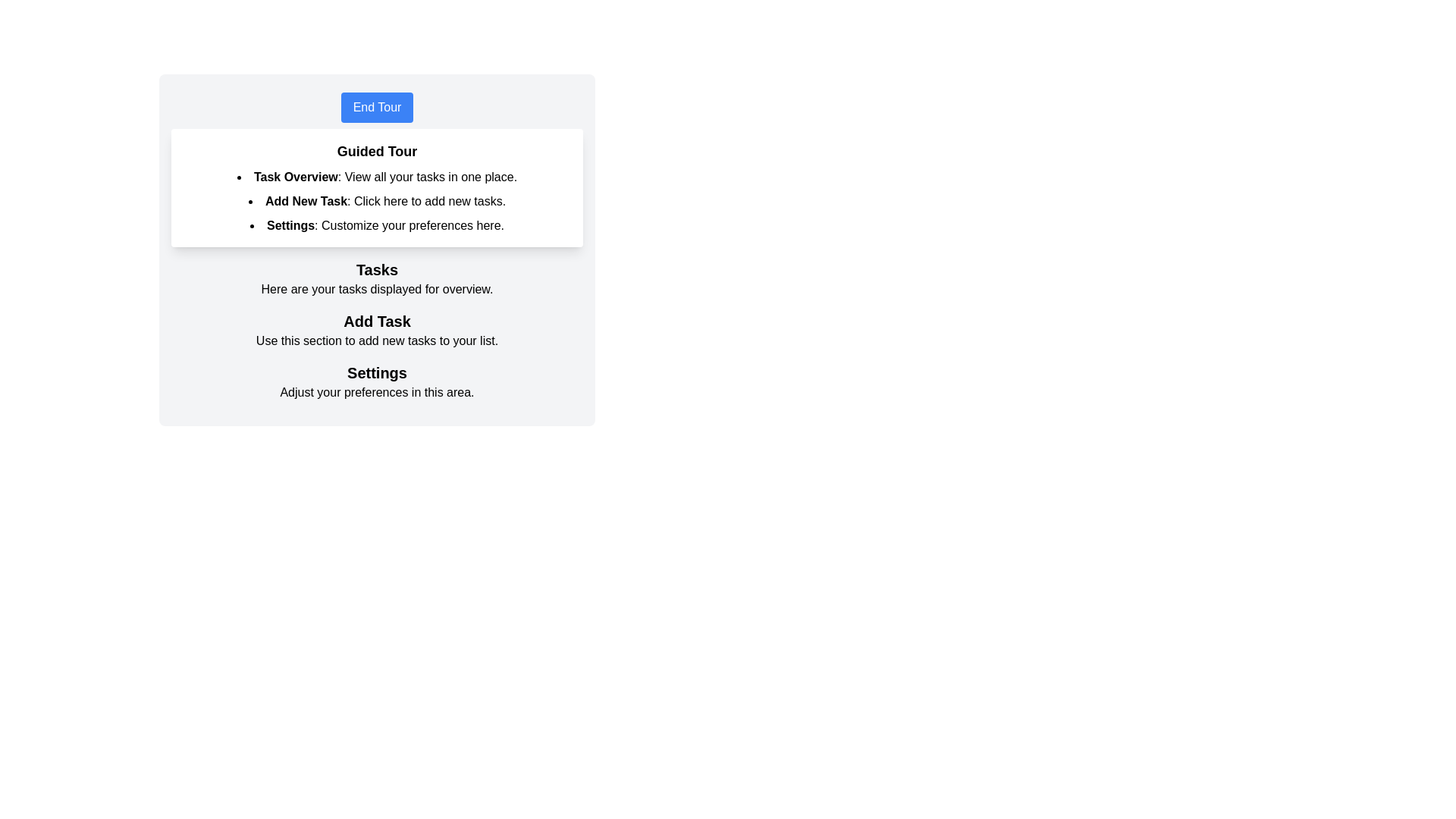 The width and height of the screenshot is (1456, 819). Describe the element at coordinates (377, 201) in the screenshot. I see `instructions provided by the Text Label located under the 'Guided Tour' section, specifically the second item between 'Task Overview' and 'Settings'` at that location.